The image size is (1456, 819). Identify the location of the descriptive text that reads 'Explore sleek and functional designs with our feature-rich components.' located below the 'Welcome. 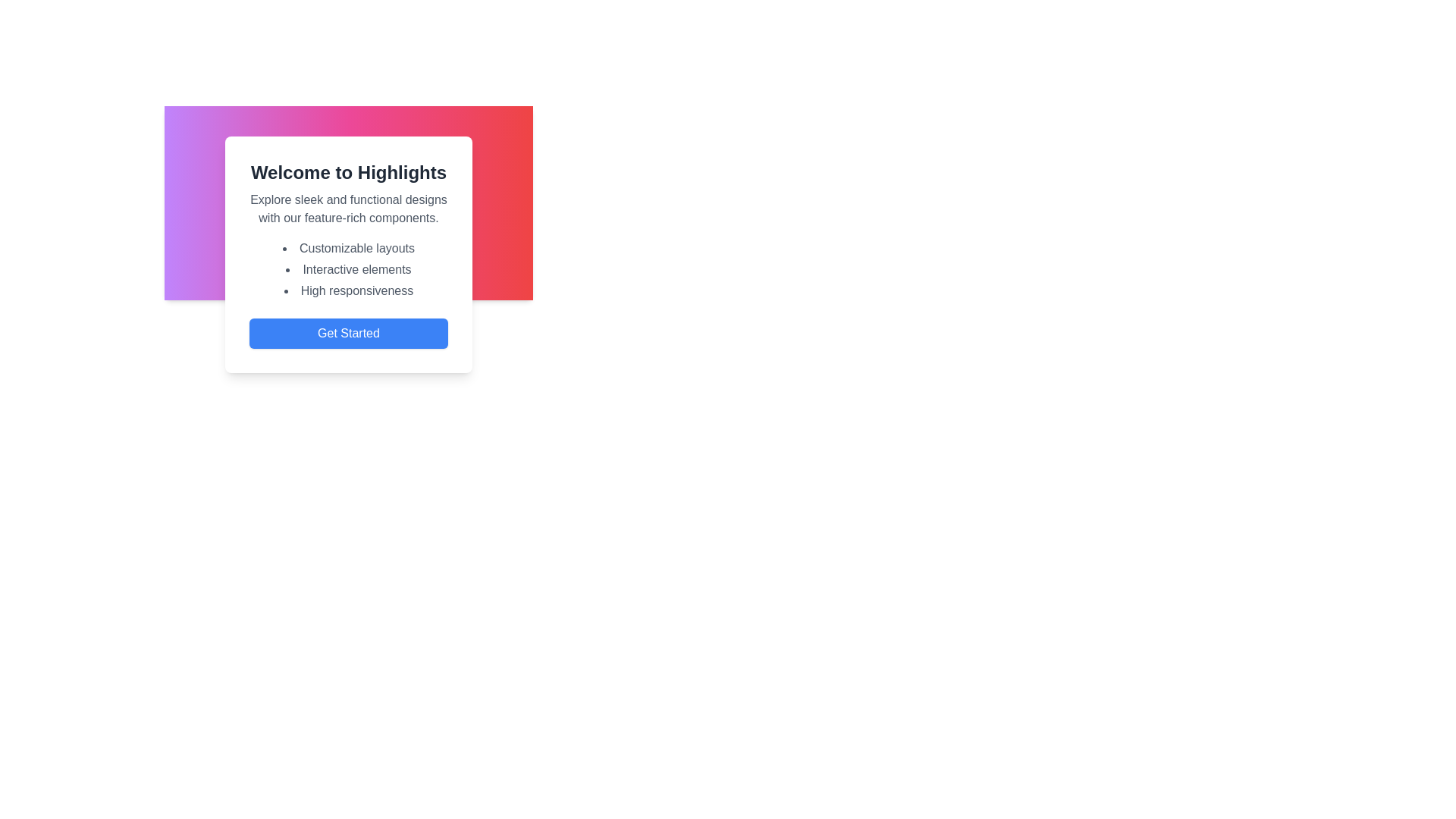
(348, 209).